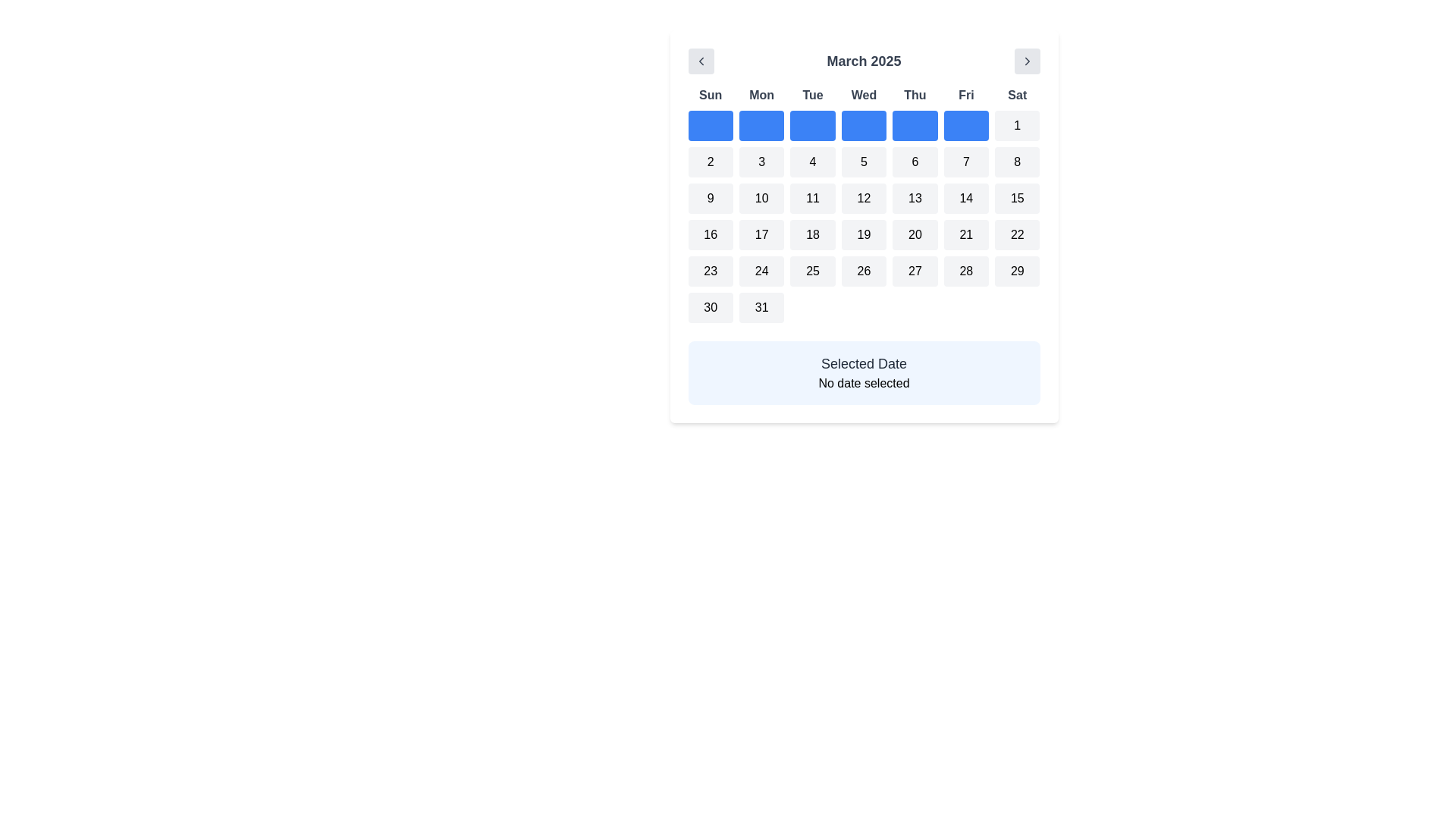 The width and height of the screenshot is (1456, 819). Describe the element at coordinates (1027, 61) in the screenshot. I see `the chevron arrow icon within the navigation button located at the top-right corner of the calendar interface` at that location.